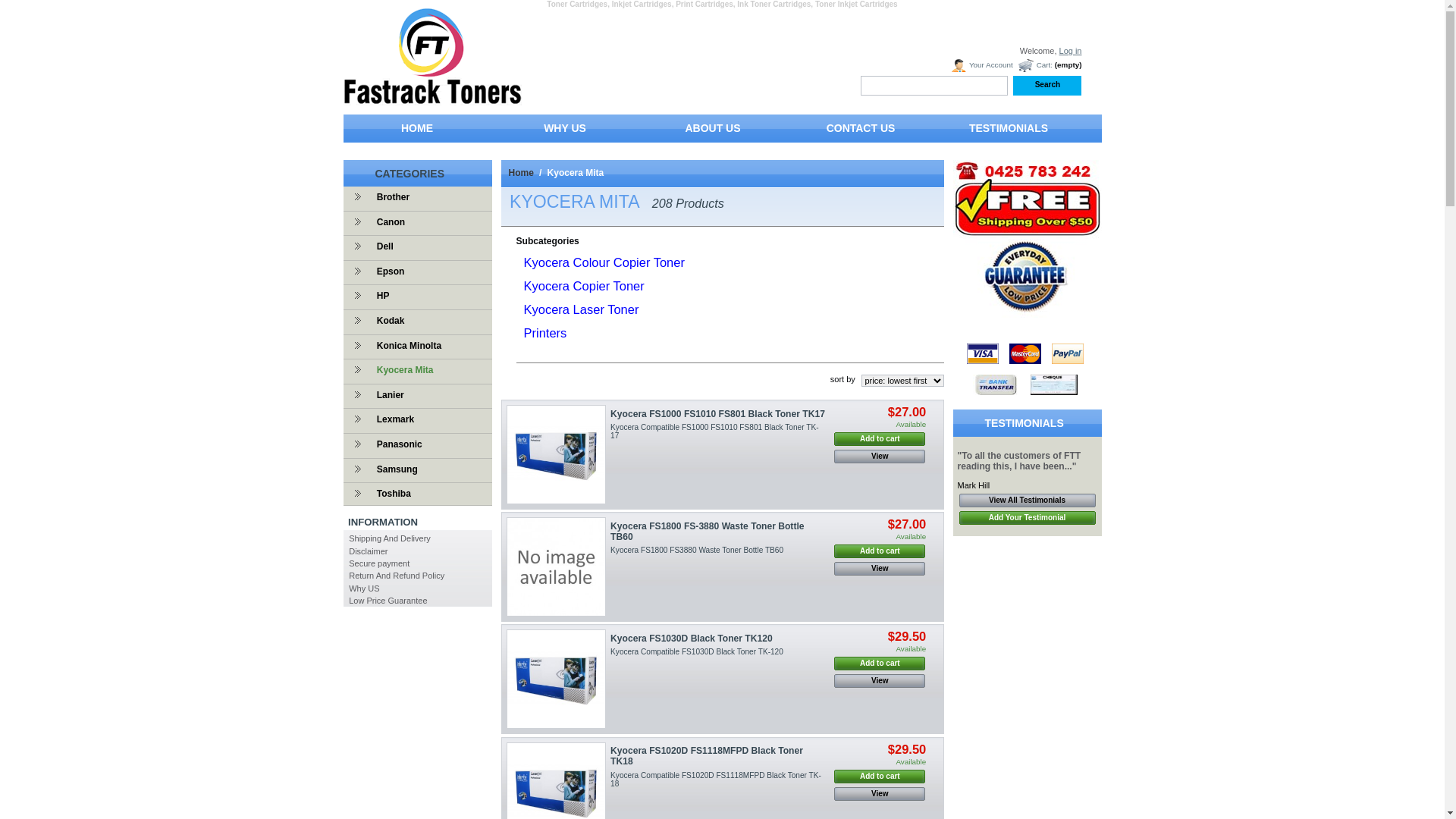  What do you see at coordinates (381, 245) in the screenshot?
I see `'Dell'` at bounding box center [381, 245].